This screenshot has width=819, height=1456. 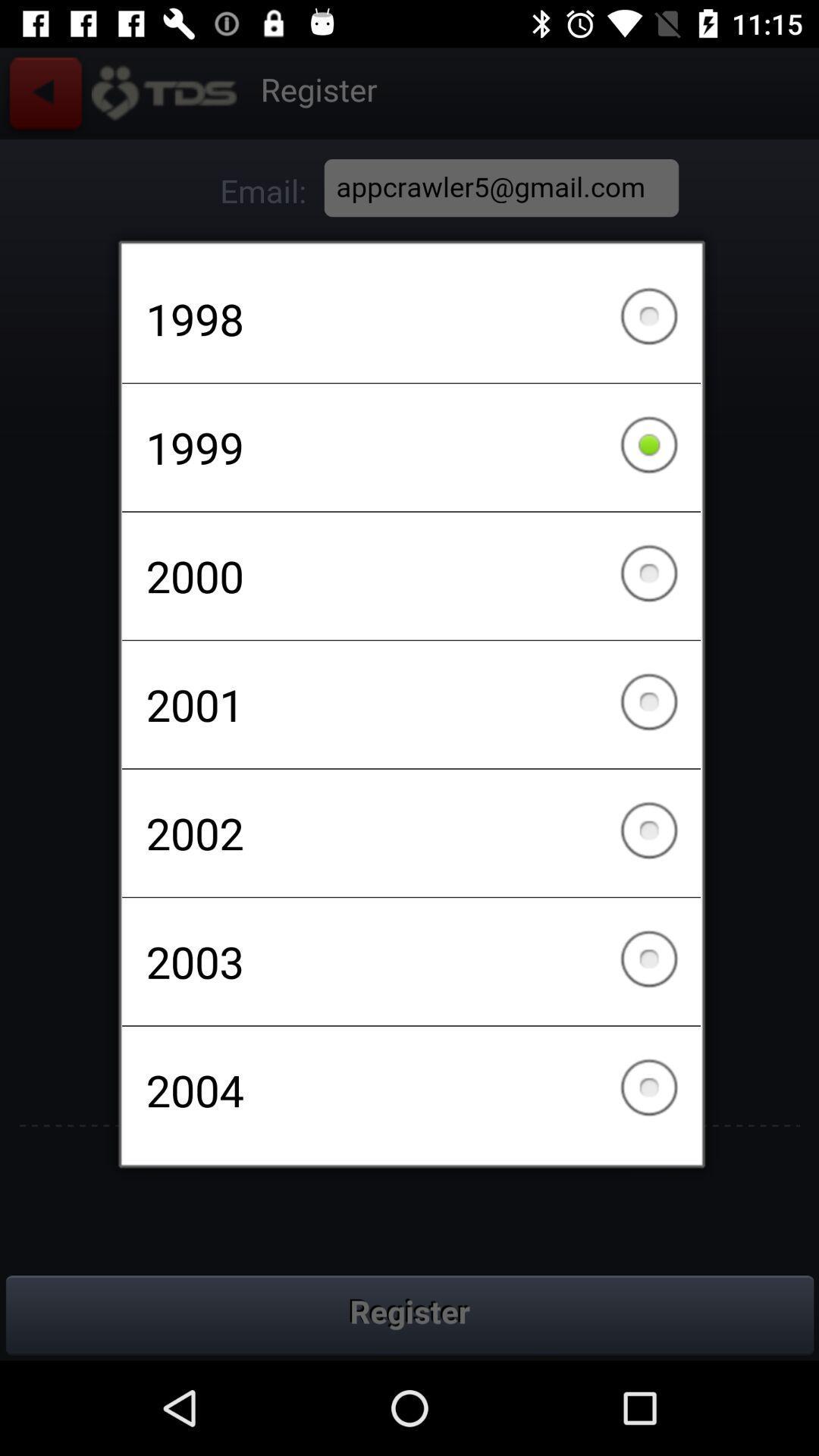 I want to click on the 2000 item, so click(x=411, y=575).